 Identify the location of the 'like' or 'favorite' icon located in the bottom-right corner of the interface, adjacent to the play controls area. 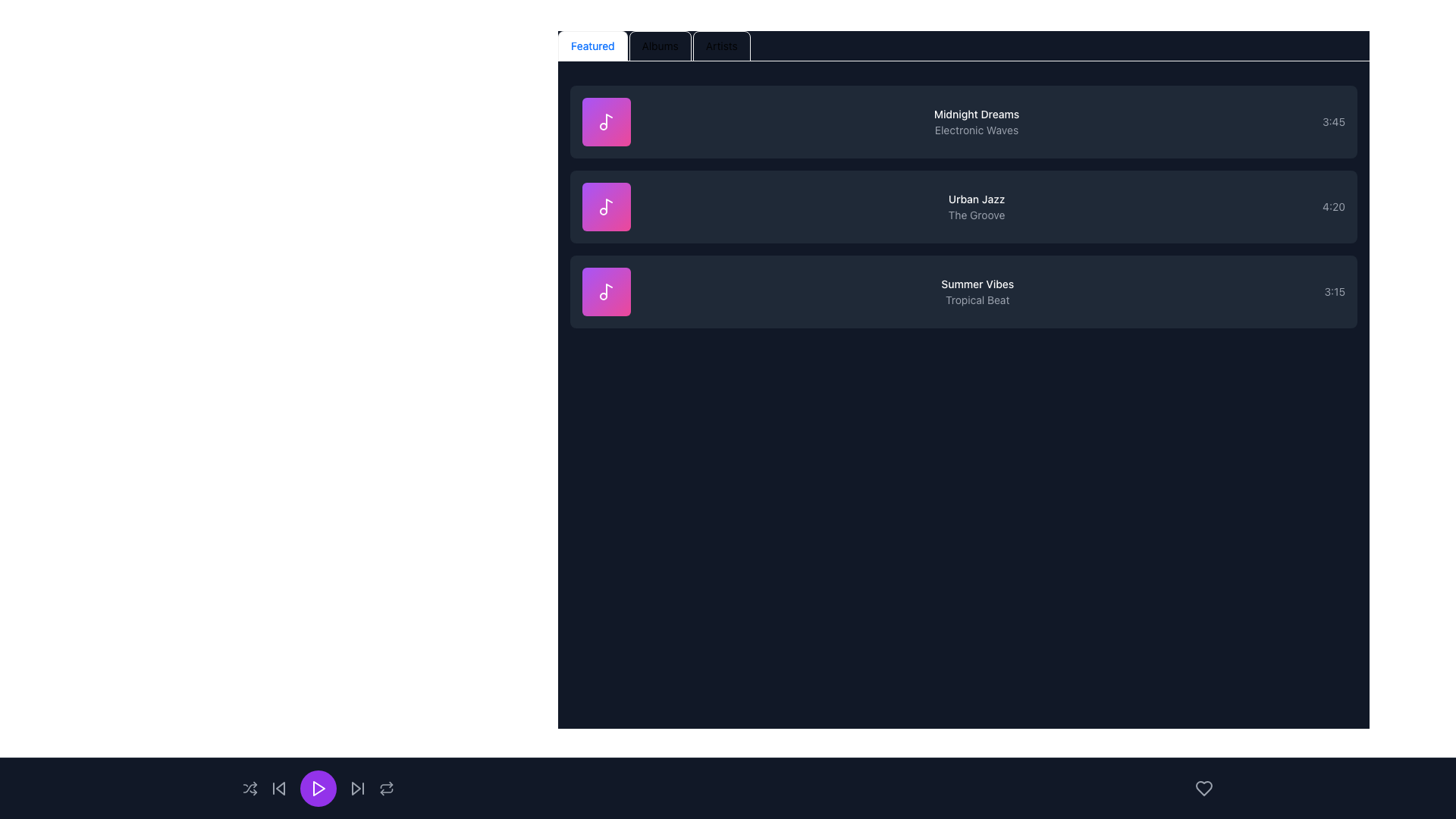
(1203, 788).